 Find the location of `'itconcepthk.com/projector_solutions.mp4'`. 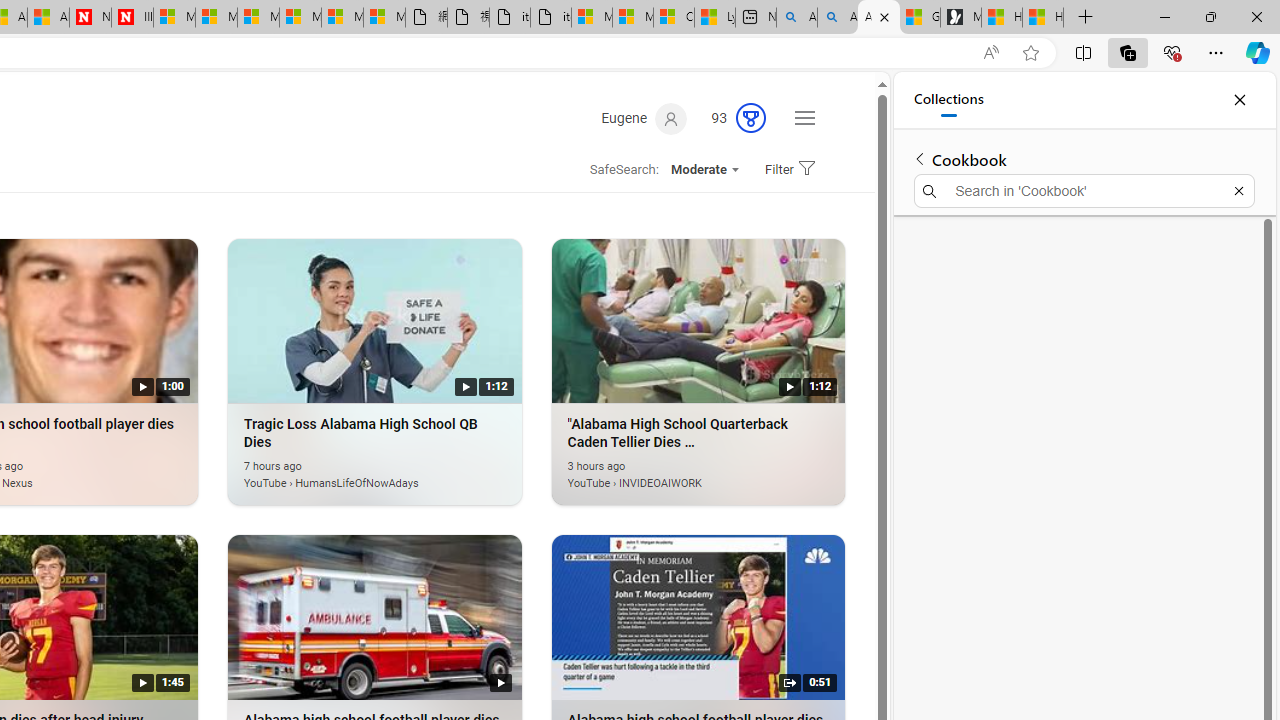

'itconcepthk.com/projector_solutions.mp4' is located at coordinates (551, 17).